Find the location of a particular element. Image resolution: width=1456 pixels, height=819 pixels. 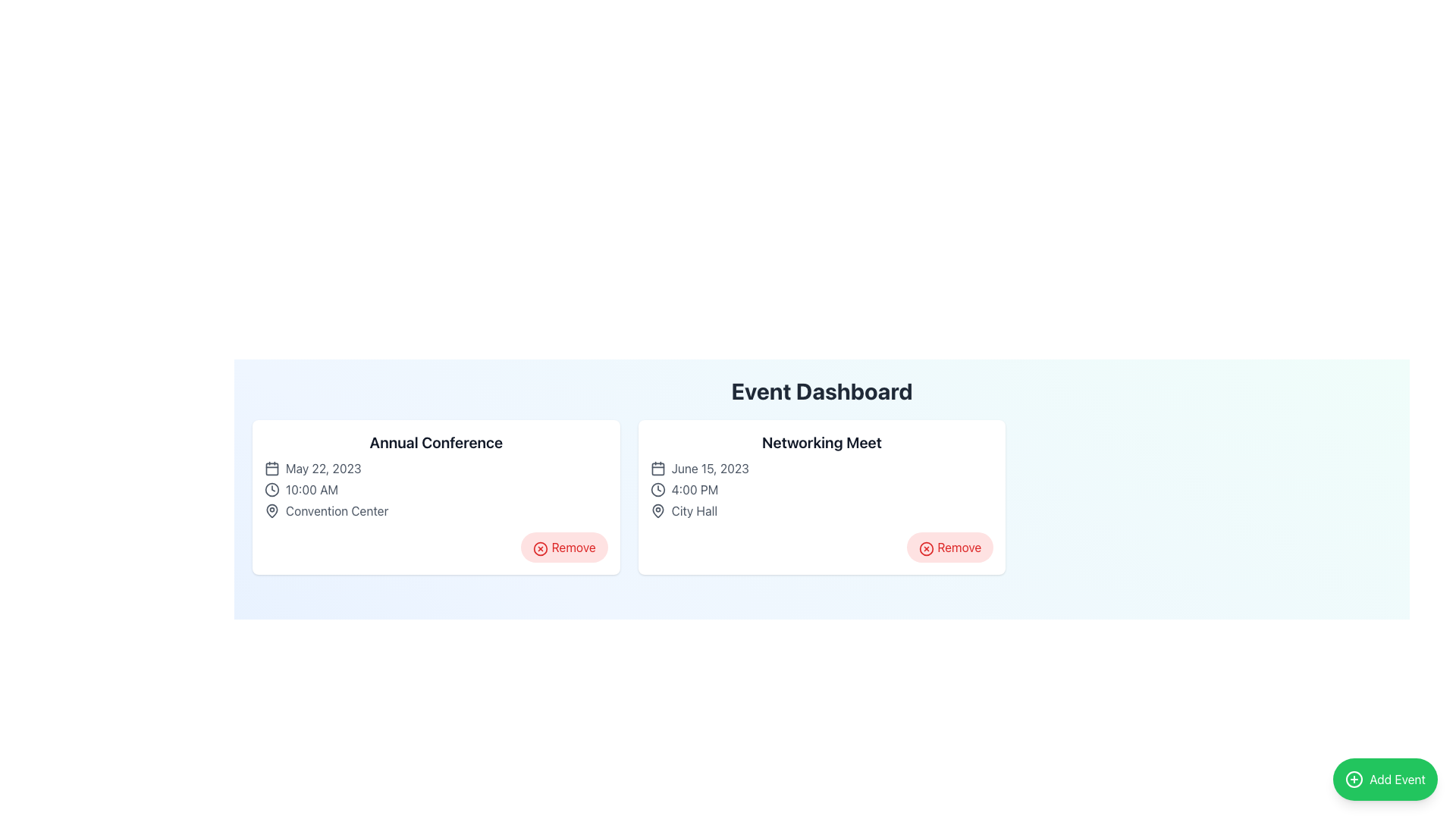

the map pin icon located to the left of the 'City Hall' text in the 'Networking Meet' event card on the event dashboard is located at coordinates (657, 511).